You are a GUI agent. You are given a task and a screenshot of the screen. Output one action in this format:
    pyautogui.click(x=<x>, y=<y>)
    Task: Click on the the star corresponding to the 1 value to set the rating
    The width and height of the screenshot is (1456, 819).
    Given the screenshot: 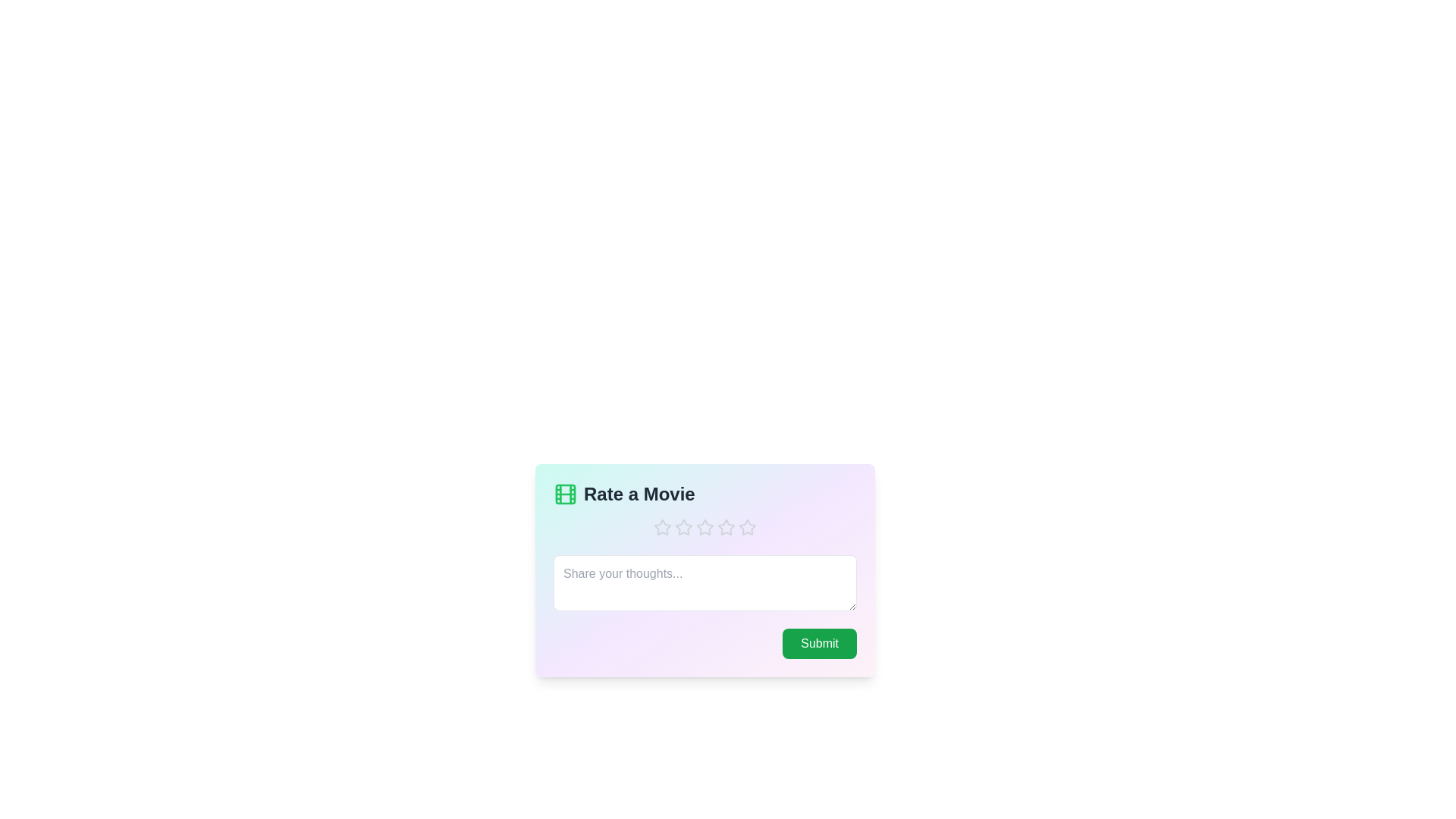 What is the action you would take?
    pyautogui.click(x=662, y=526)
    